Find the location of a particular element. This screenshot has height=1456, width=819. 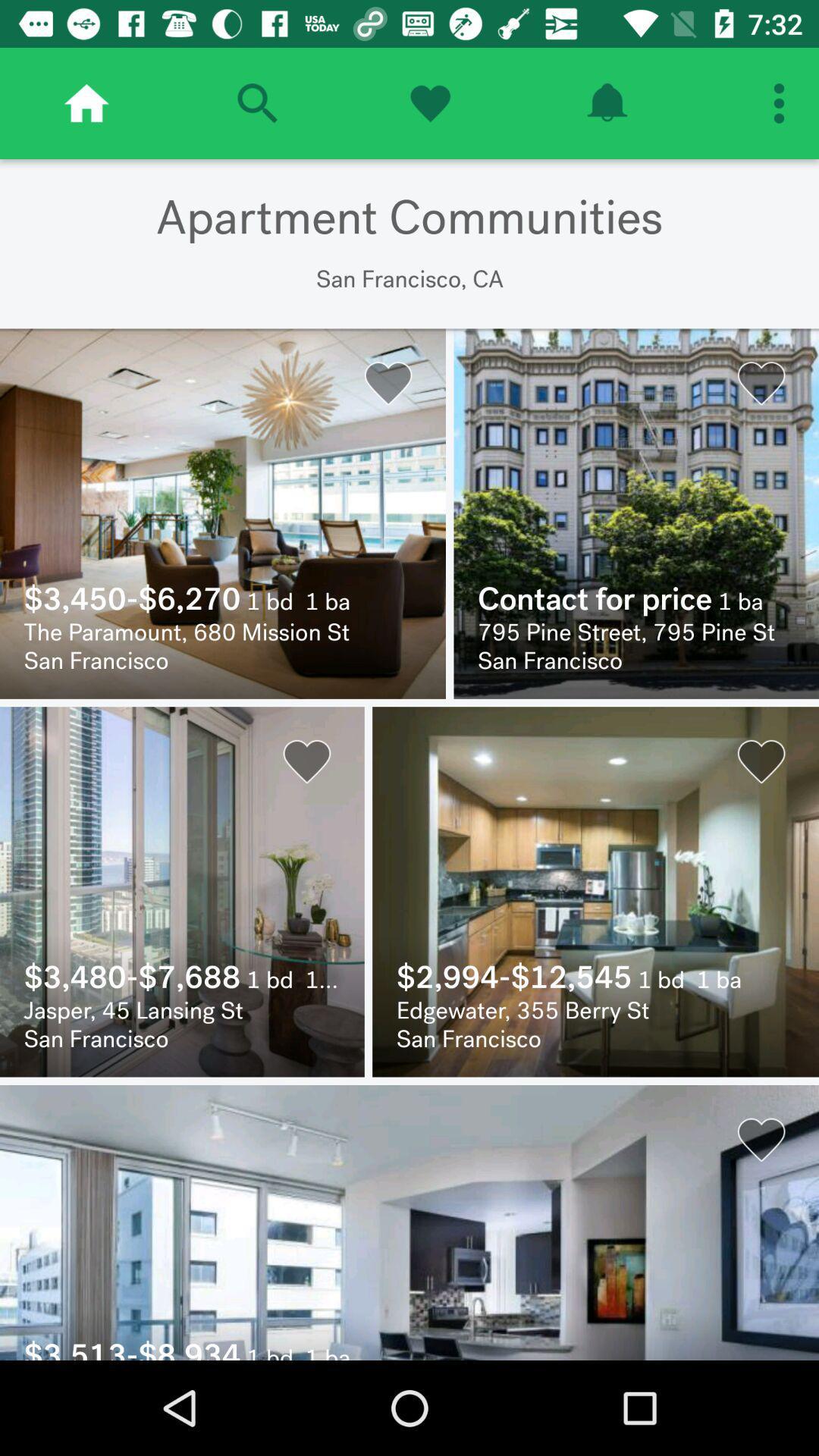

alart option is located at coordinates (606, 102).